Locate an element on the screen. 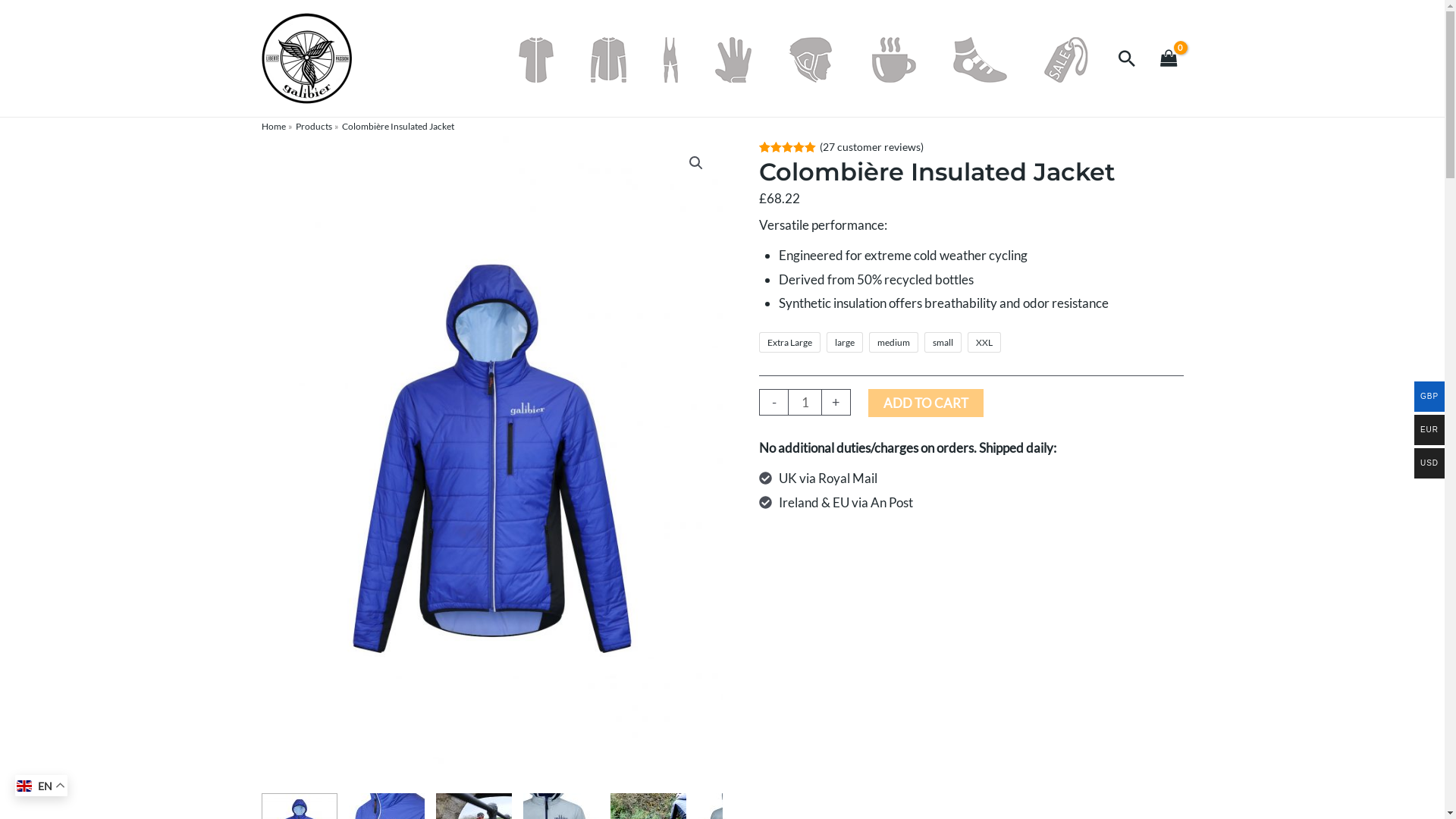 The height and width of the screenshot is (819, 1456). '-' is located at coordinates (773, 401).